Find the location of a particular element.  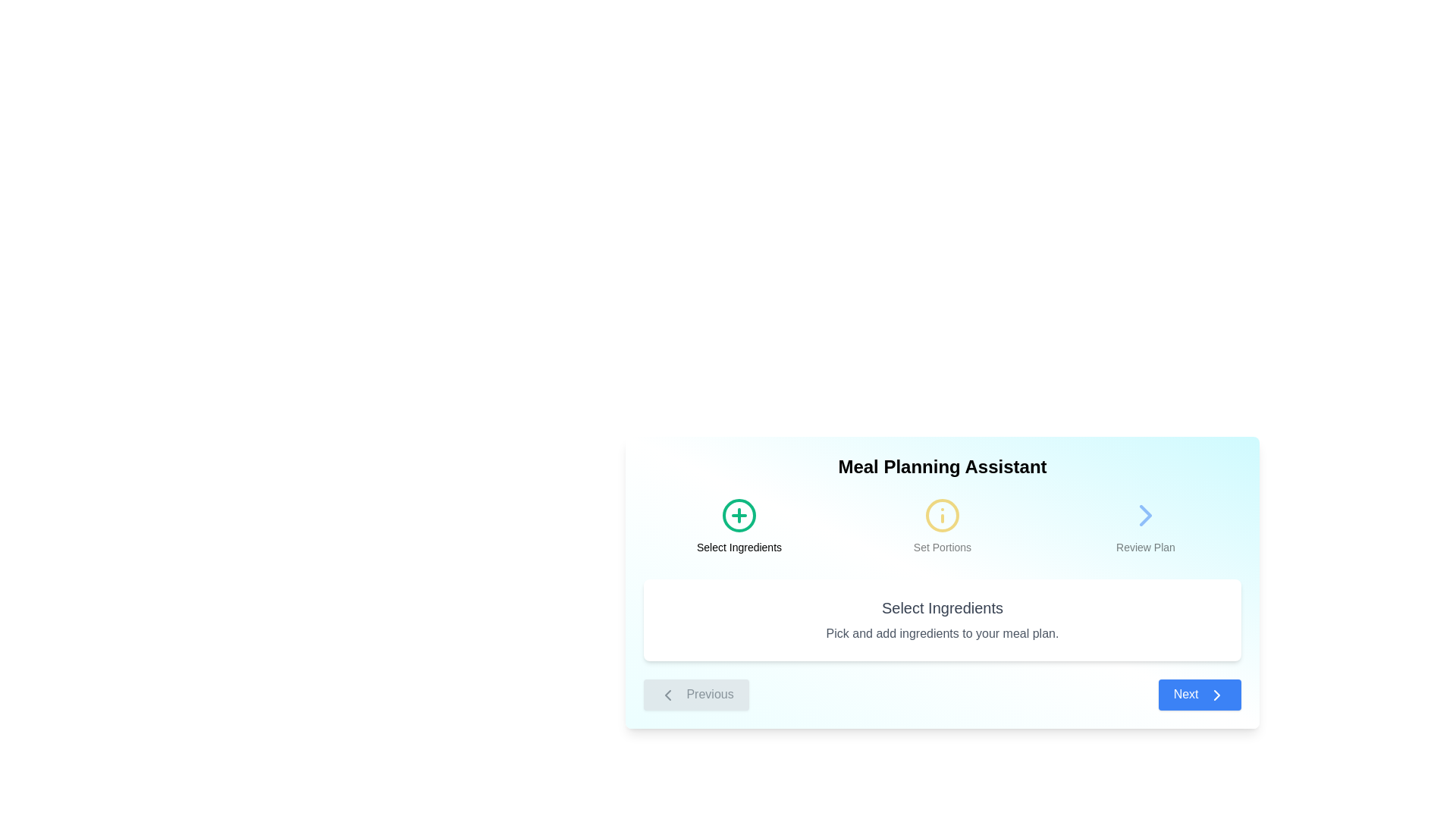

text label 'Set Portions' located beneath the 'Meal Planning Assistant' heading and directly below the information icon is located at coordinates (942, 547).